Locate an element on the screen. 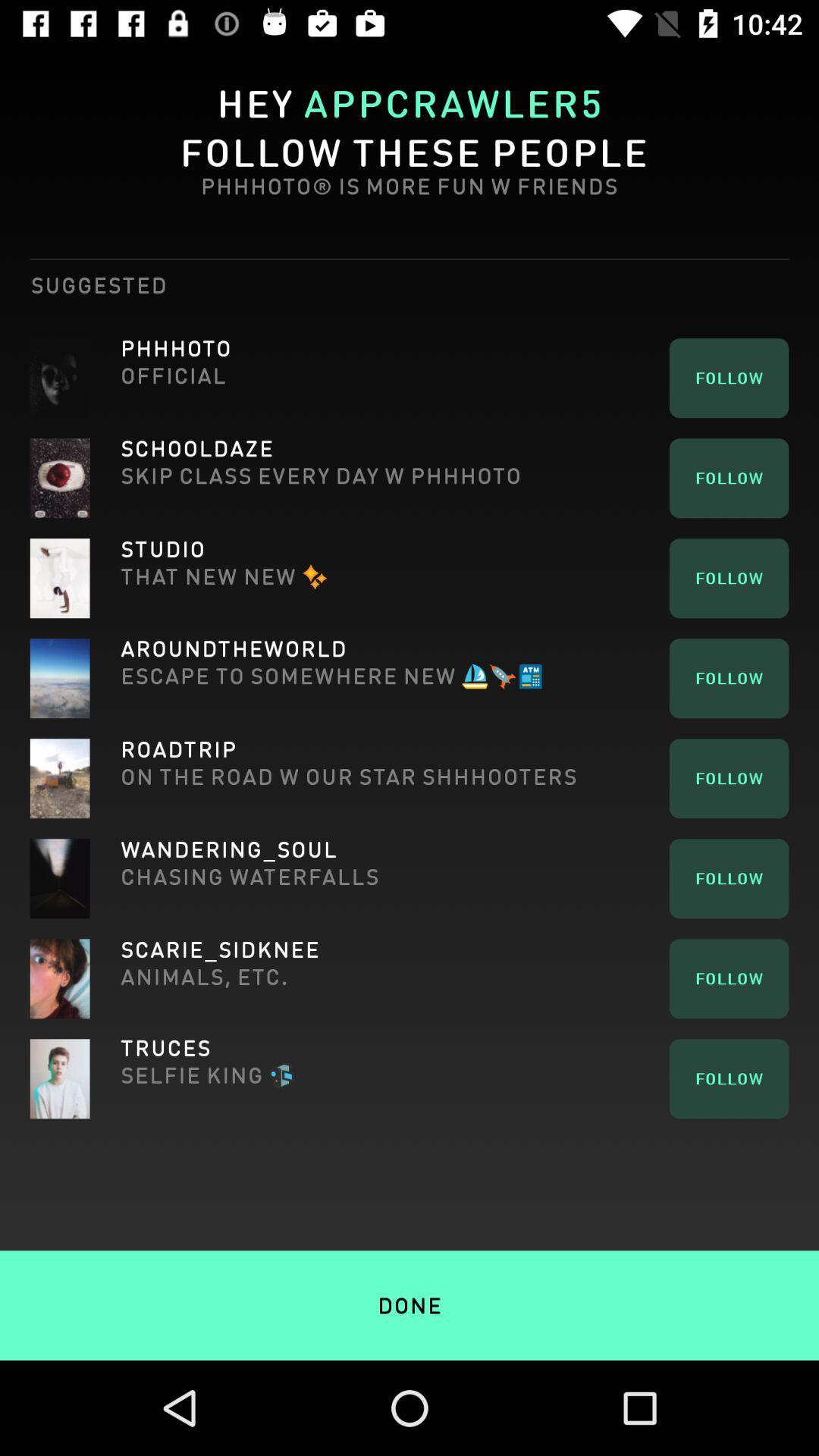 This screenshot has width=819, height=1456. done with suggested accounts is located at coordinates (409, 1273).